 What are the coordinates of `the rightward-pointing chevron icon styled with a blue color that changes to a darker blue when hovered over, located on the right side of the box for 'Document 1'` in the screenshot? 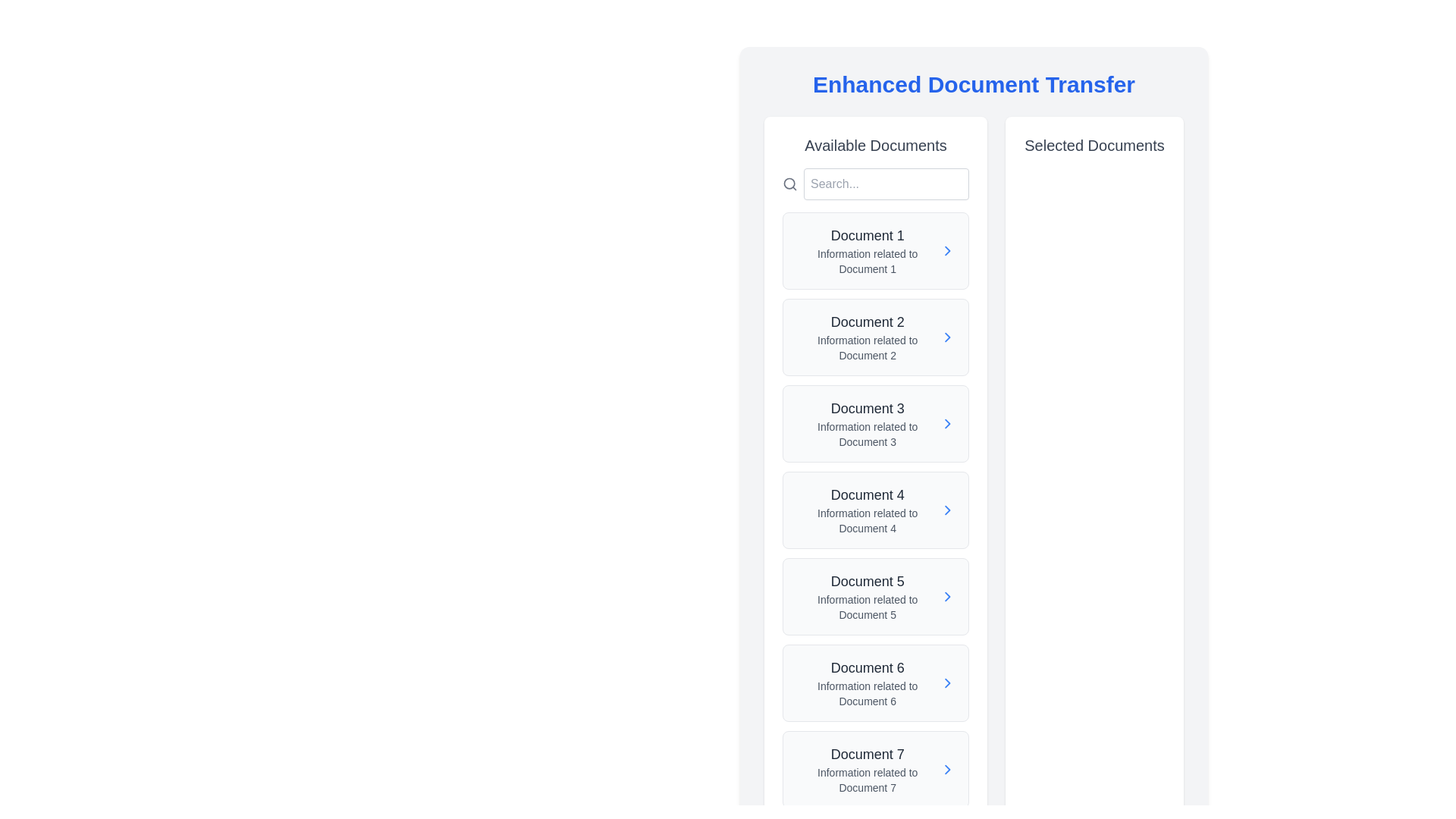 It's located at (947, 250).